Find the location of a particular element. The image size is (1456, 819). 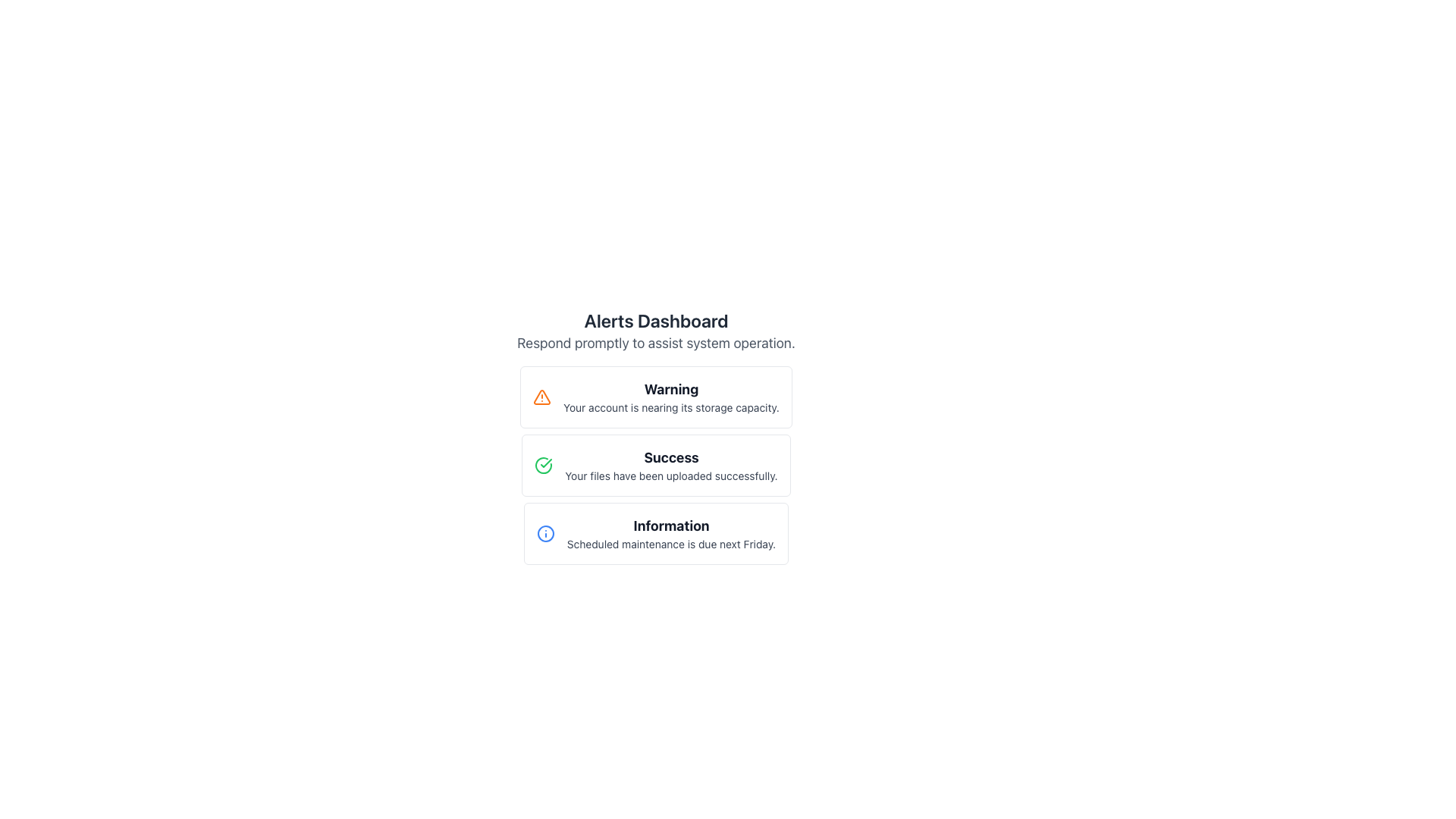

the Circle graphic (SVG element) with a thin blue outline and white fill, which is part of the 'Information' icon in the lower section of the alert cards is located at coordinates (545, 533).